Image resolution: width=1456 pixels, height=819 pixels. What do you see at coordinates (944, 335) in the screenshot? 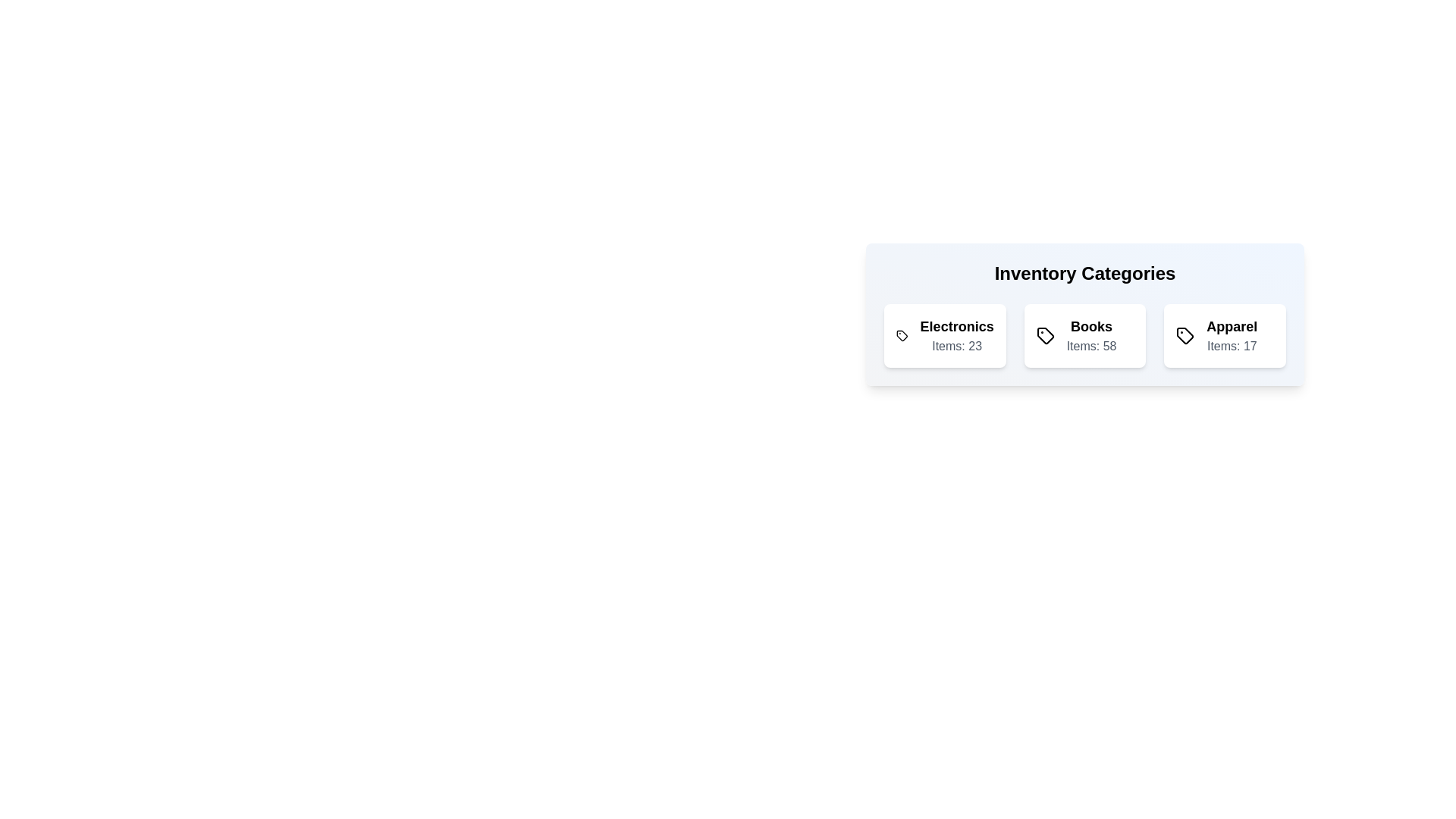
I see `the category card corresponding to Electronics` at bounding box center [944, 335].